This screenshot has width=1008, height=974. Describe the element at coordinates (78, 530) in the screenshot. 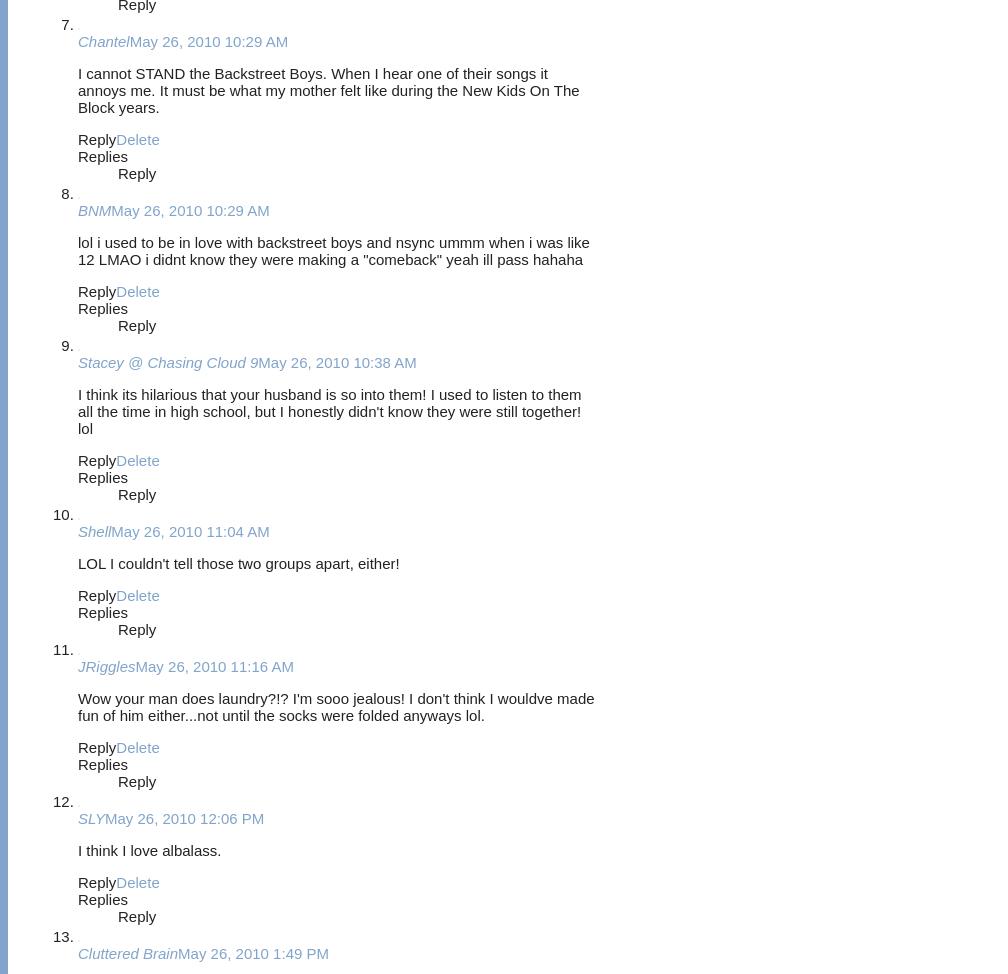

I see `'Shell'` at that location.